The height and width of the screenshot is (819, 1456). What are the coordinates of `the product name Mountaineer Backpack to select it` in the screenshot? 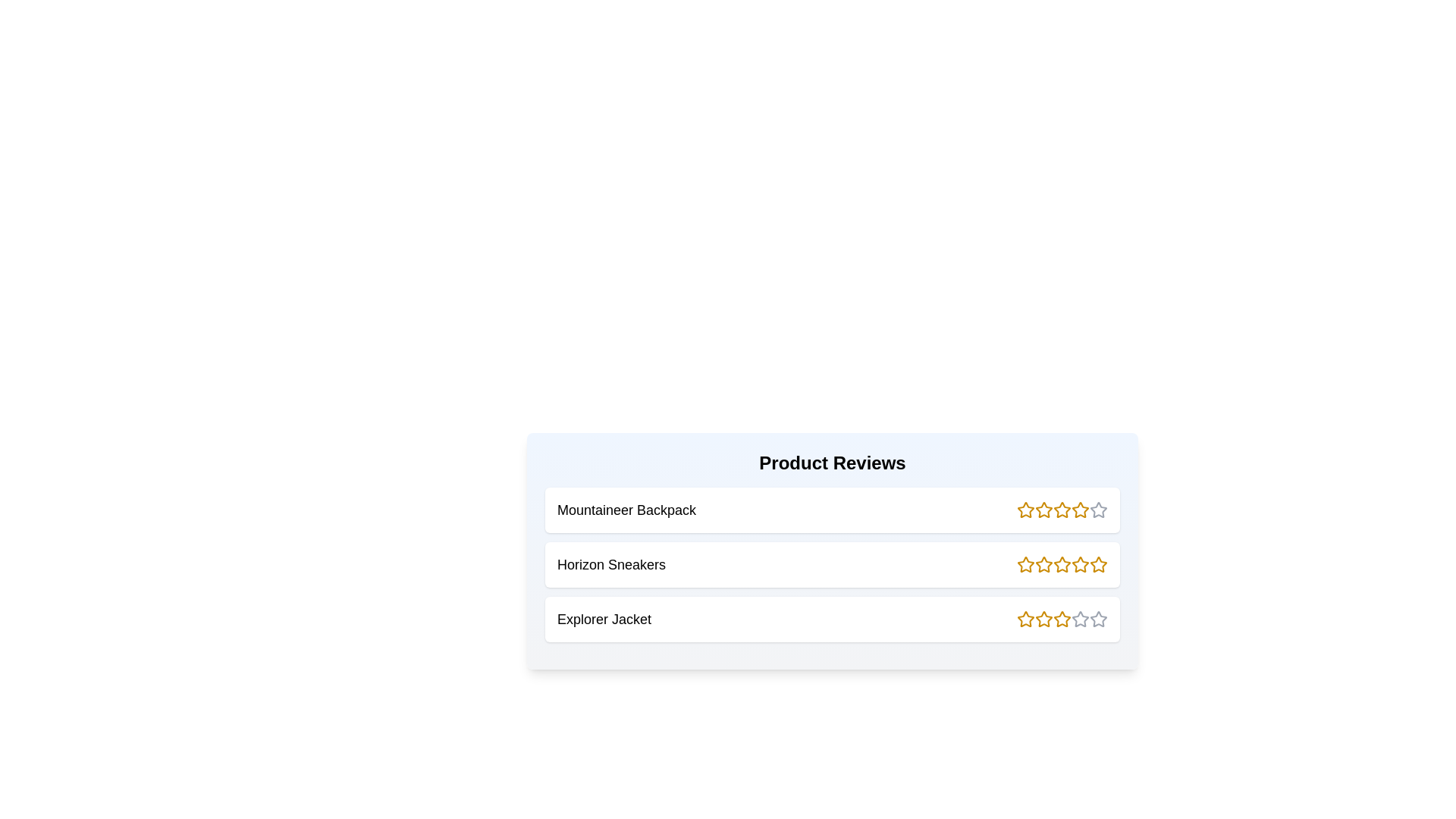 It's located at (626, 510).